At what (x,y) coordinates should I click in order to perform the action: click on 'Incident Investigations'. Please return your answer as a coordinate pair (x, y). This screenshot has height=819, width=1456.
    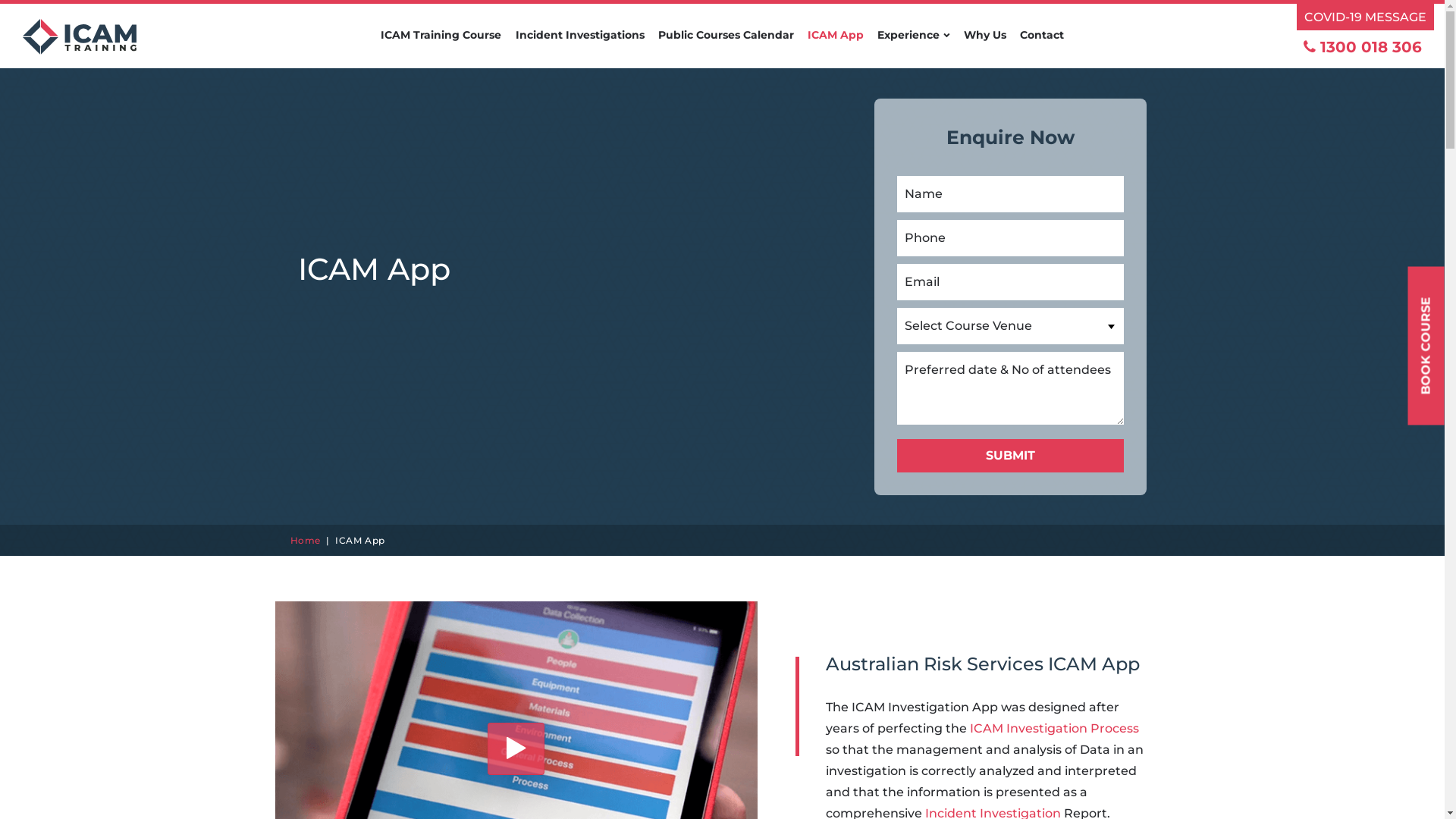
    Looking at the image, I should click on (579, 45).